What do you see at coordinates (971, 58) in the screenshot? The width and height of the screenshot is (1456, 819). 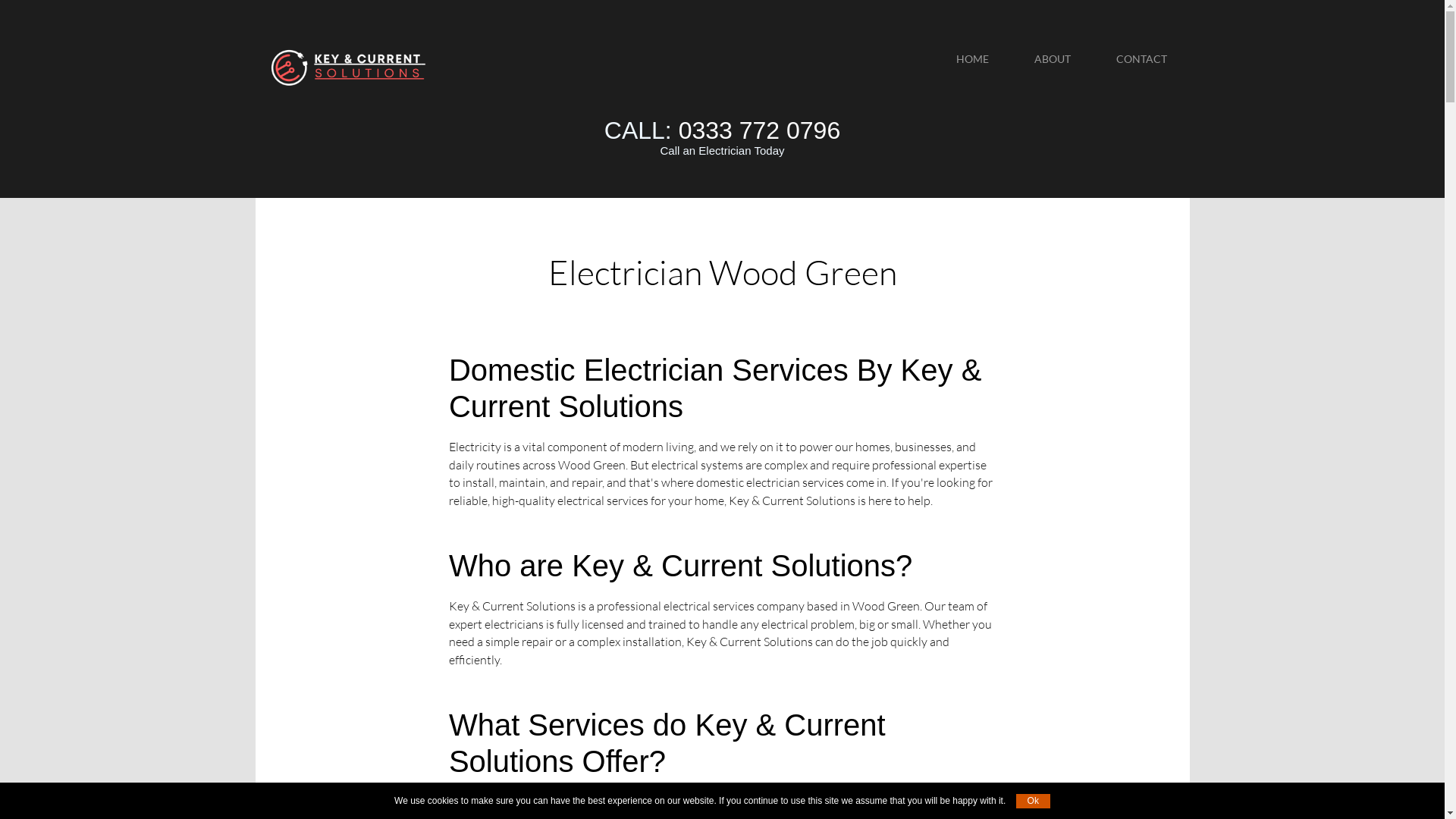 I see `'HOME'` at bounding box center [971, 58].